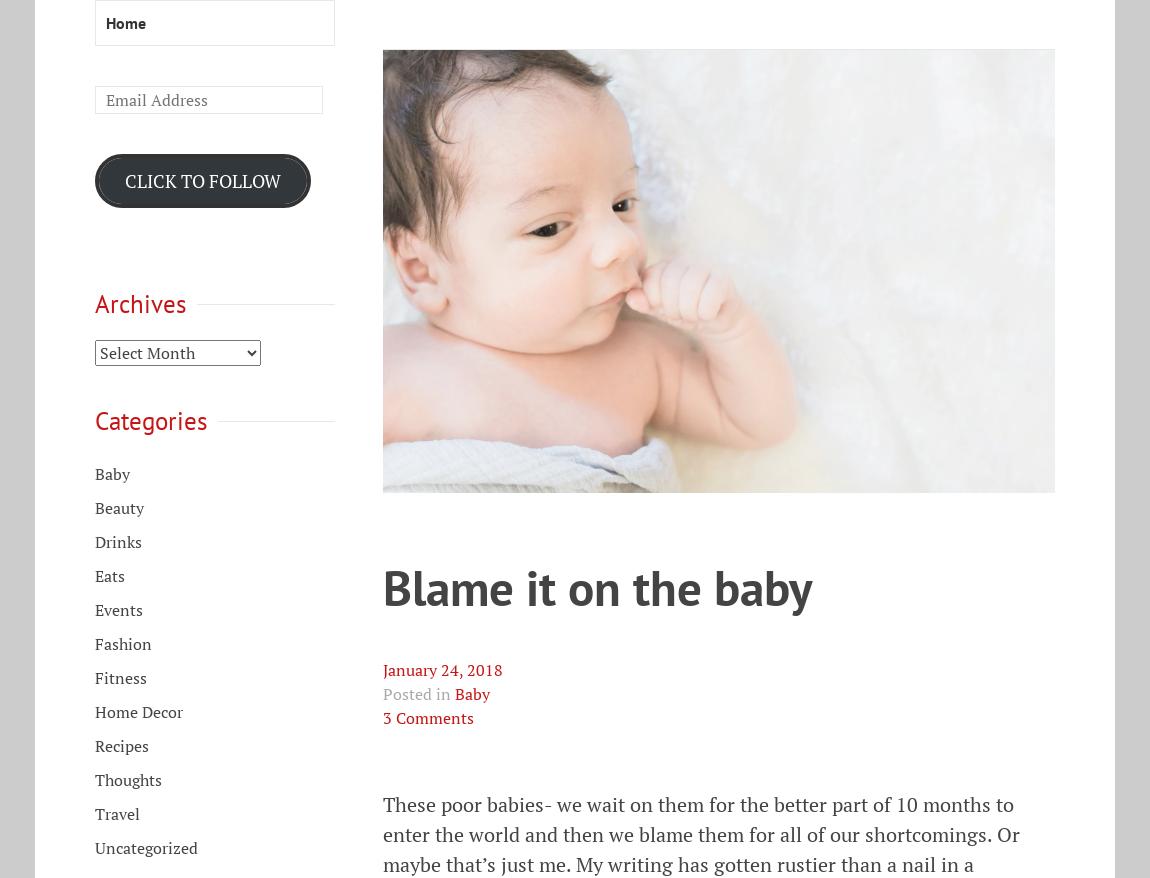 This screenshot has height=878, width=1150. What do you see at coordinates (93, 540) in the screenshot?
I see `'Drinks'` at bounding box center [93, 540].